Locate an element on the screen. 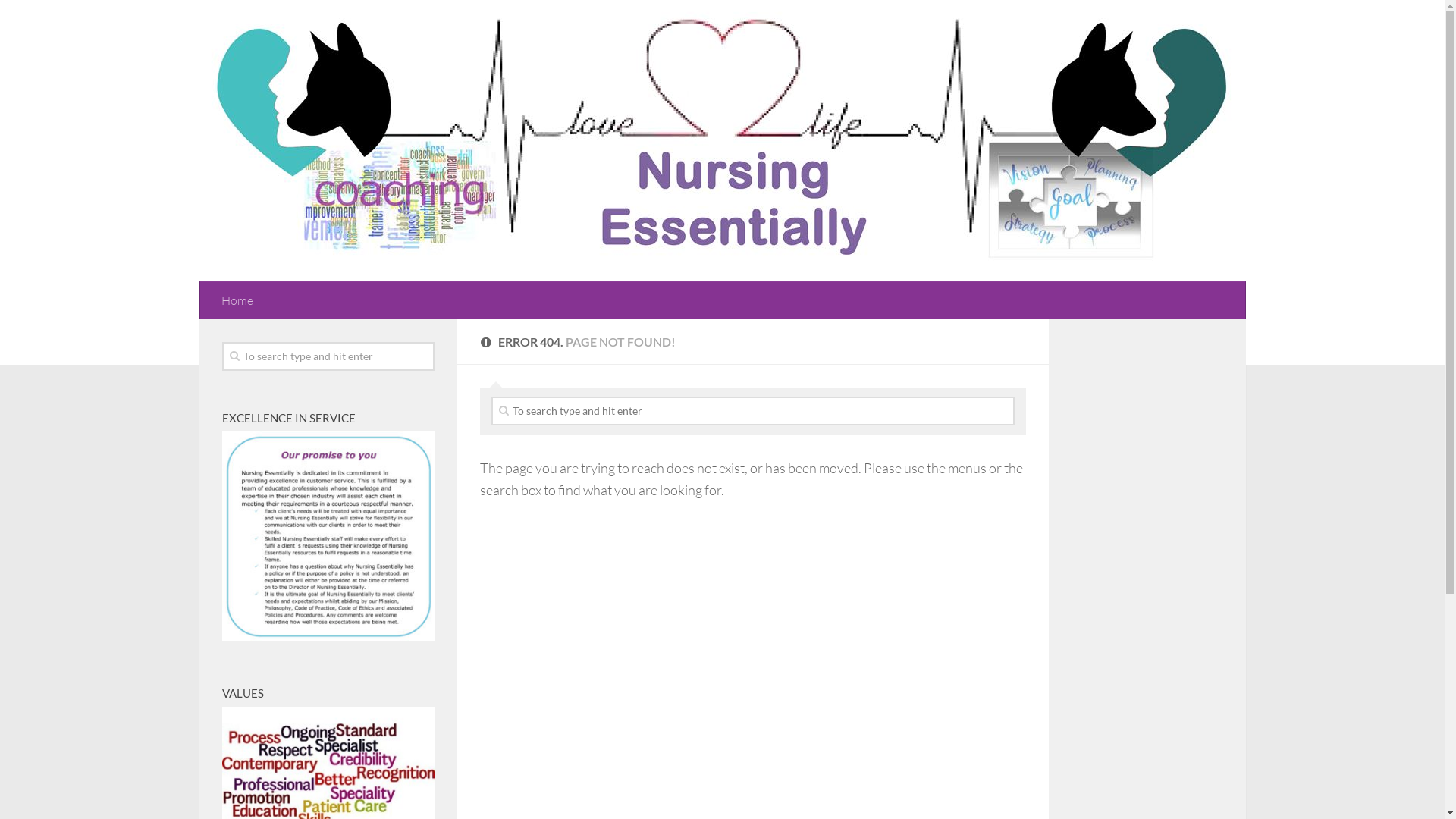 This screenshot has height=819, width=1456. 'Home' is located at coordinates (236, 300).